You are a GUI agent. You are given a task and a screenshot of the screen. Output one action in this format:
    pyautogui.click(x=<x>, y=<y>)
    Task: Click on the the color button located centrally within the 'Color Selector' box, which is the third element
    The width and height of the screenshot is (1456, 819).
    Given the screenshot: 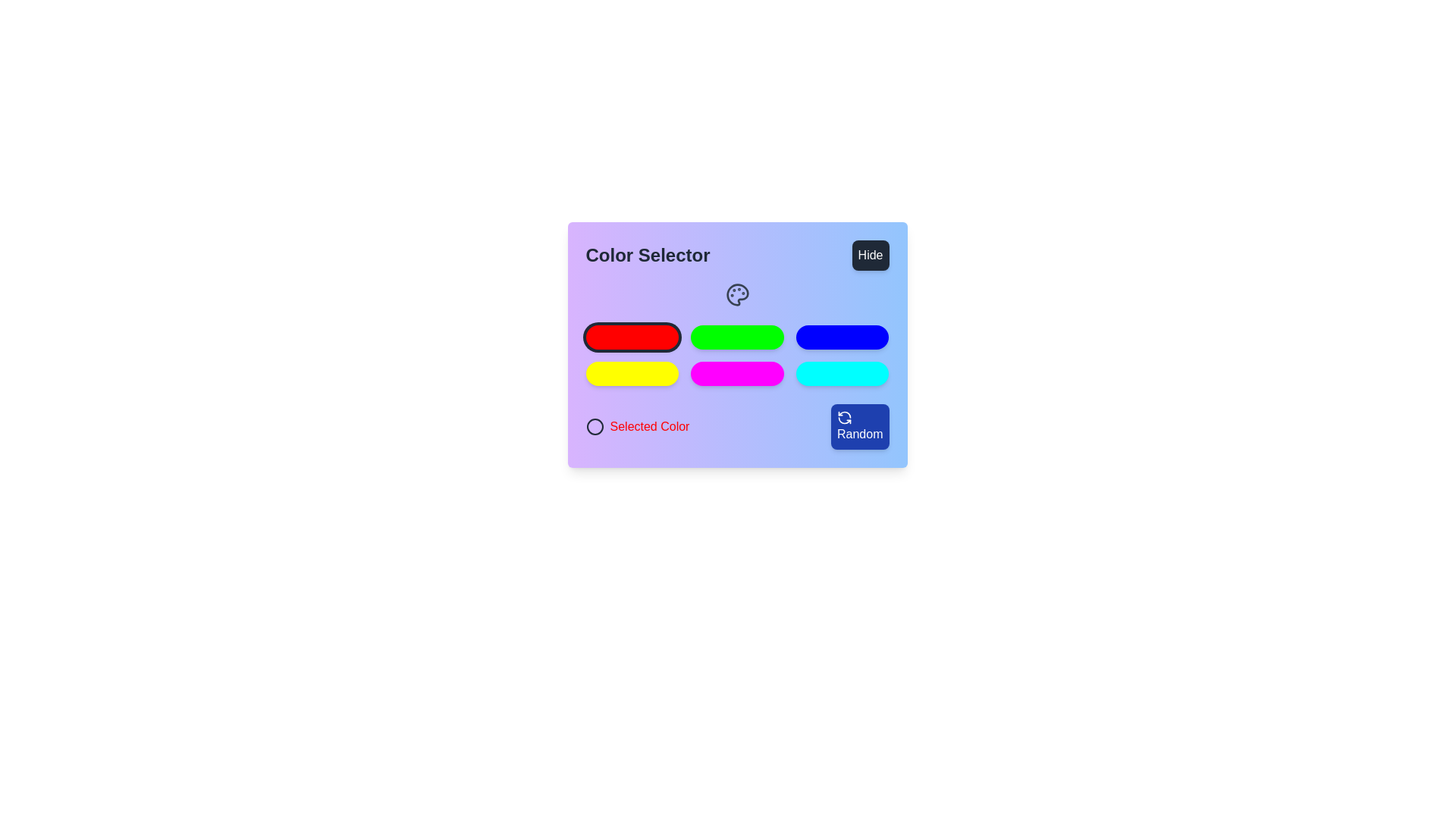 What is the action you would take?
    pyautogui.click(x=737, y=366)
    